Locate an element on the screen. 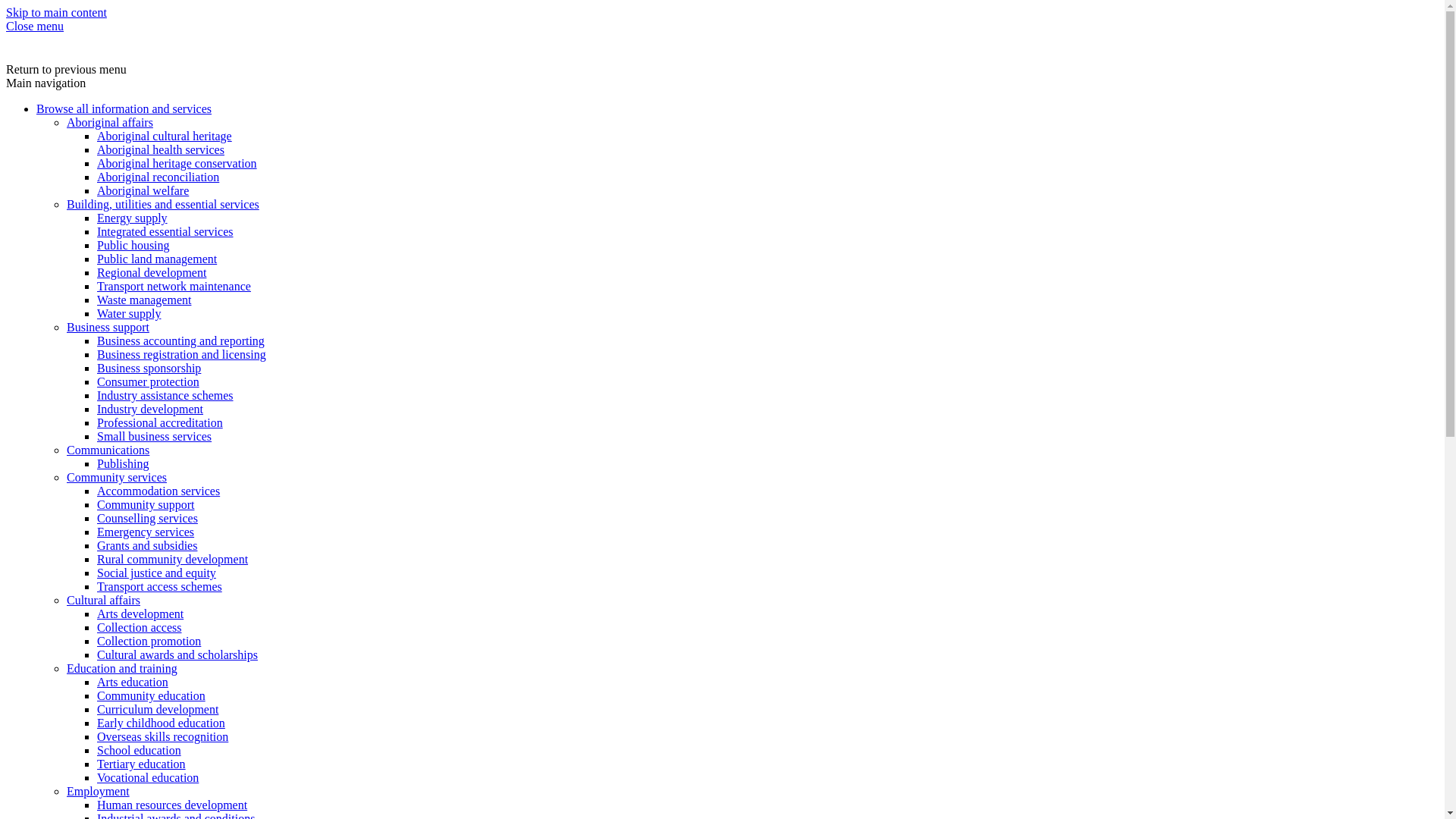 Image resolution: width=1456 pixels, height=819 pixels. 'Cultural awards and scholarships' is located at coordinates (96, 654).